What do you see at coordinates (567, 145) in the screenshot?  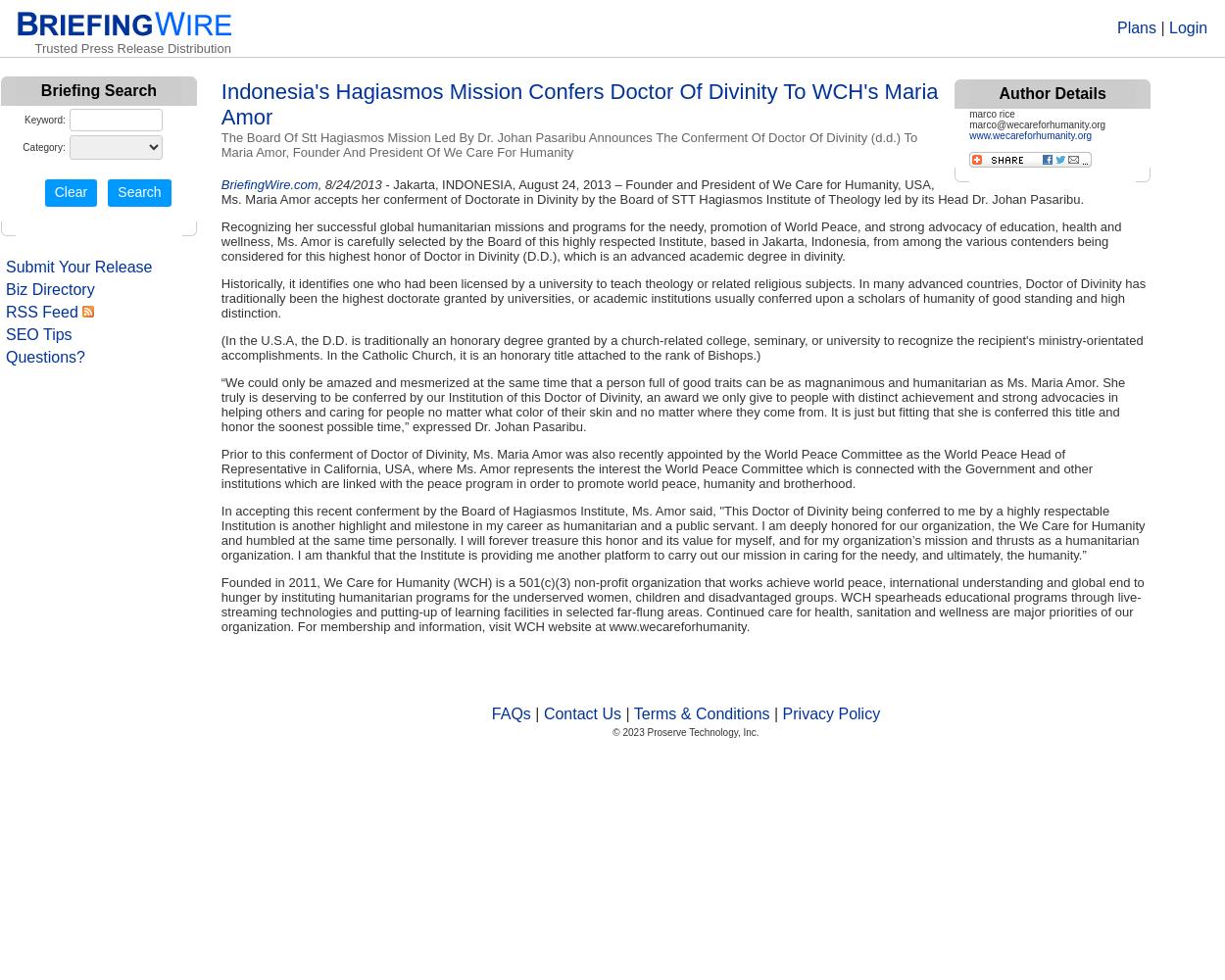 I see `'The Board Of Stt Hagiasmos Mission Led By Dr. Johan Pasaribu Announces The Conferment Of Doctor Of Divinity (d.d.) To  Maria Amor, Founder And President Of We Care For Humanity'` at bounding box center [567, 145].